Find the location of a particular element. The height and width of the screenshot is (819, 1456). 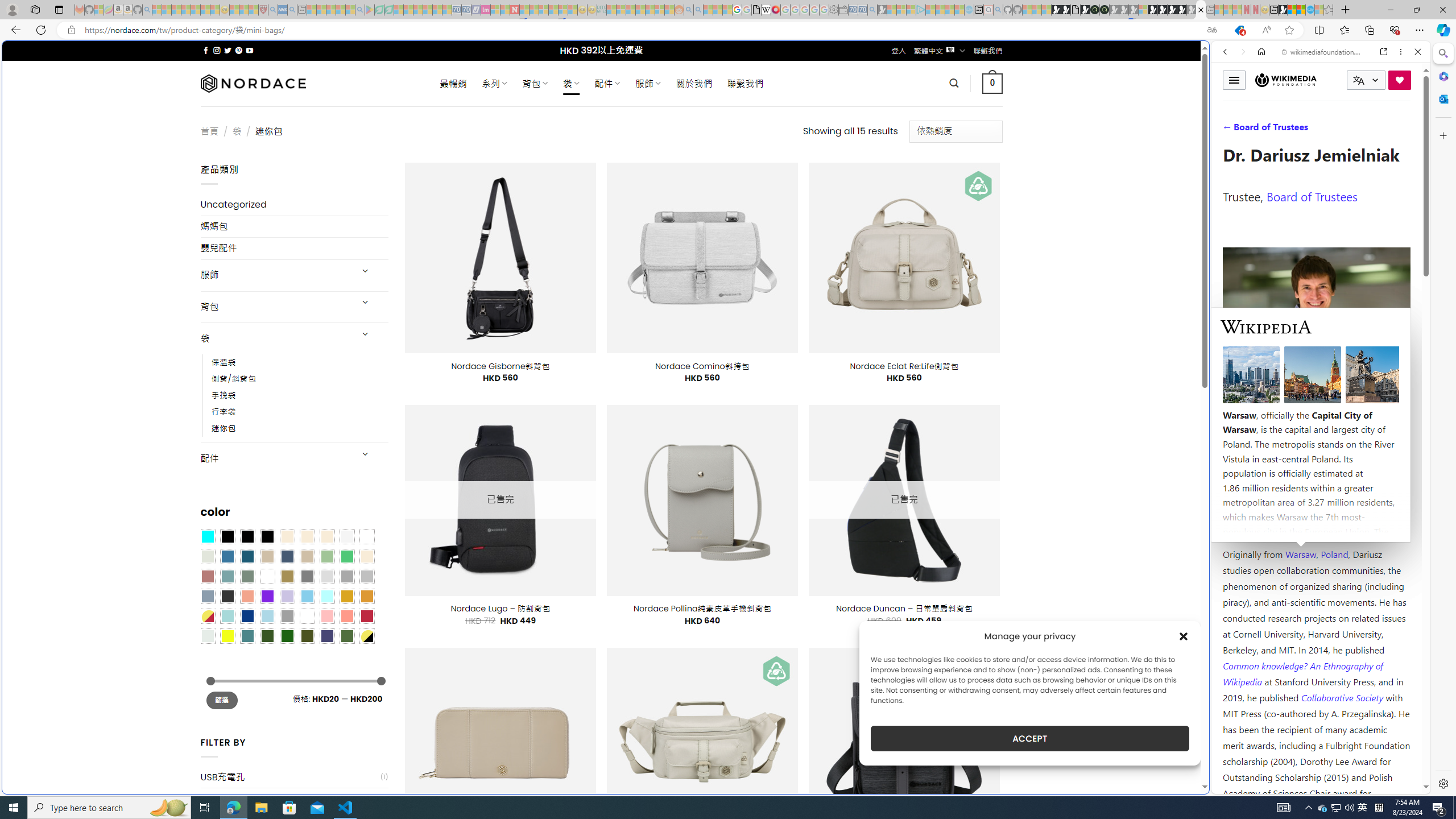

'Latest Politics News & Archive | Newsweek.com - Sleeping' is located at coordinates (514, 9).